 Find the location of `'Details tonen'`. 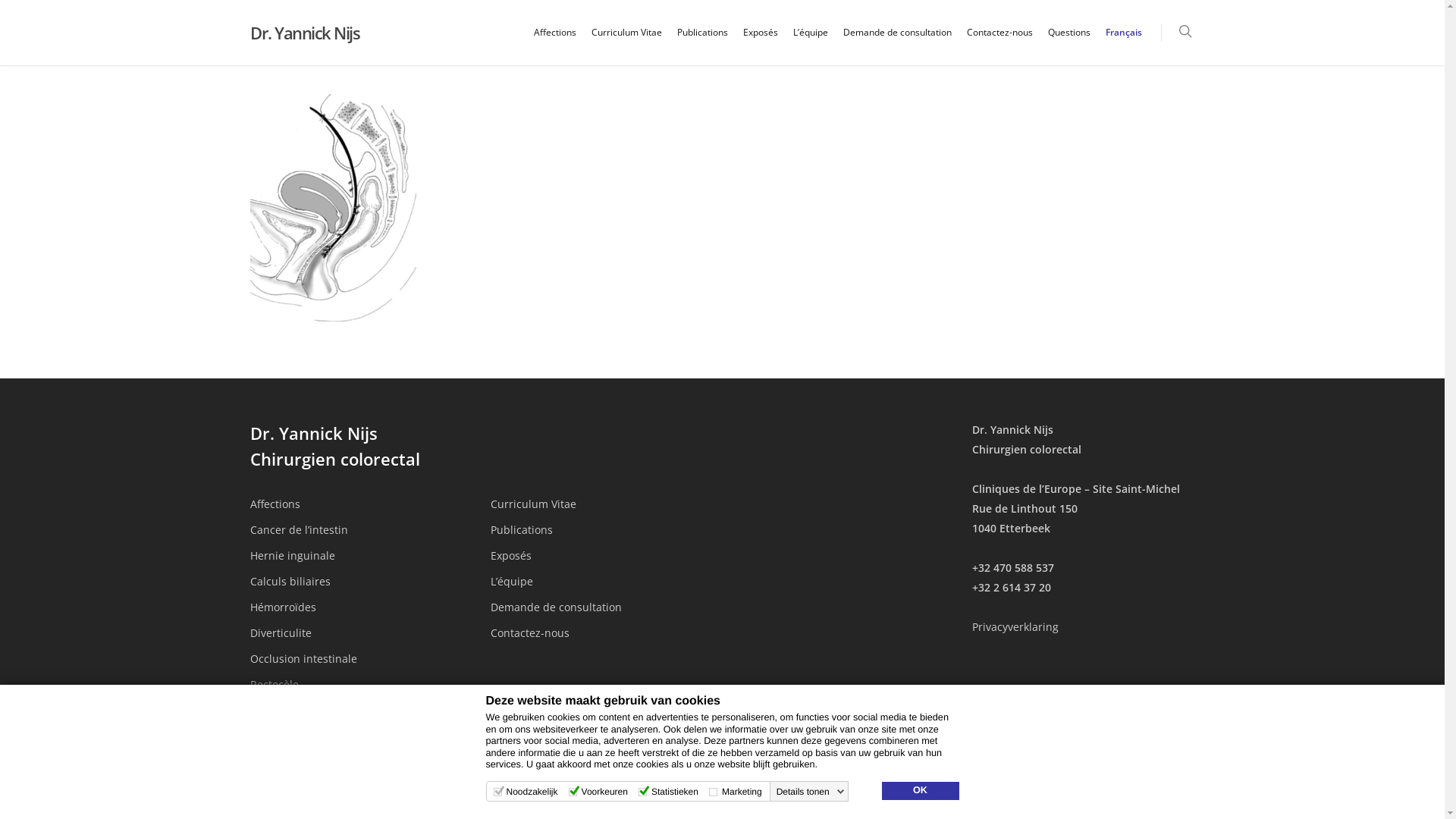

'Details tonen' is located at coordinates (810, 791).